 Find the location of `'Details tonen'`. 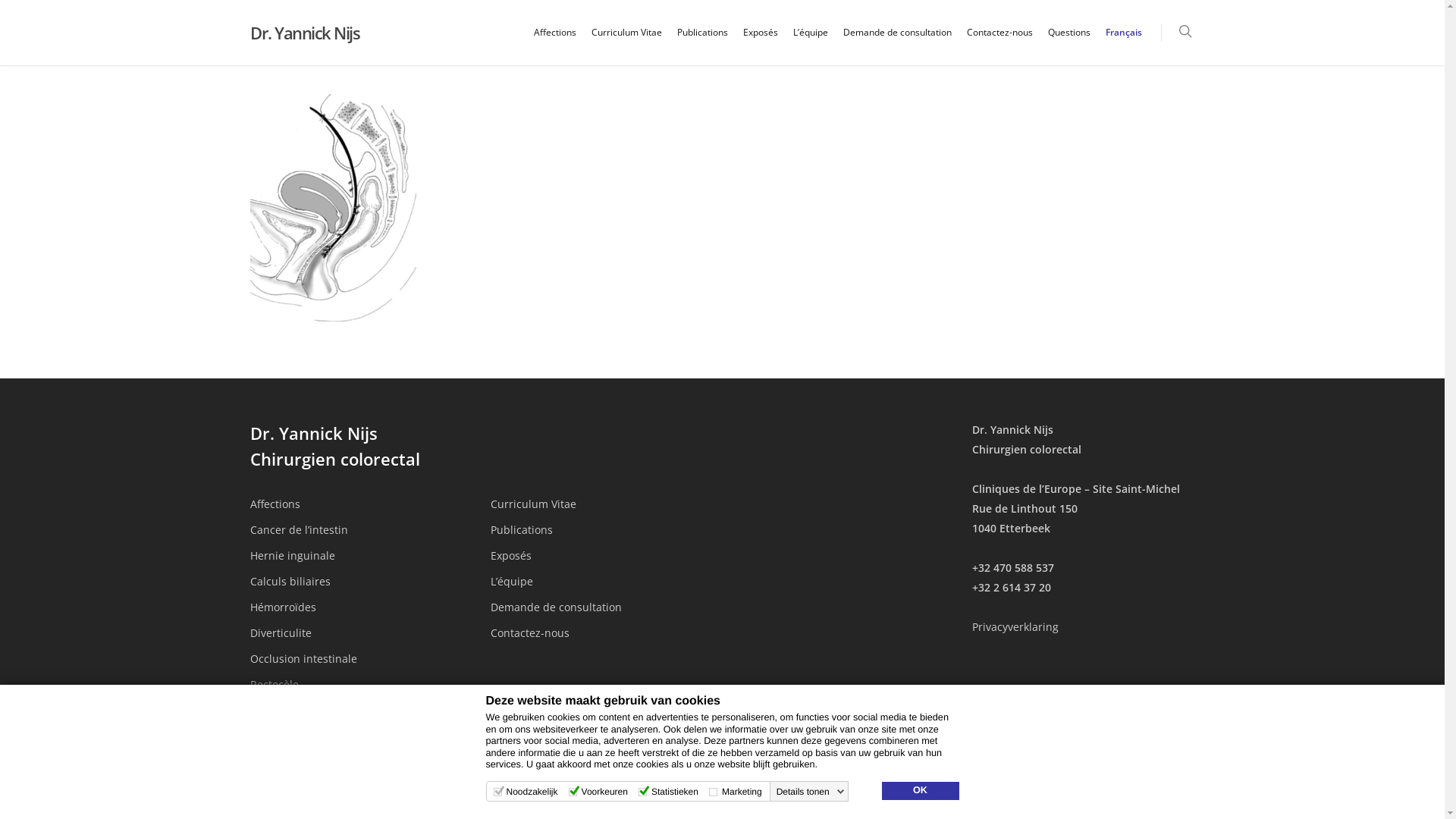

'Details tonen' is located at coordinates (810, 791).